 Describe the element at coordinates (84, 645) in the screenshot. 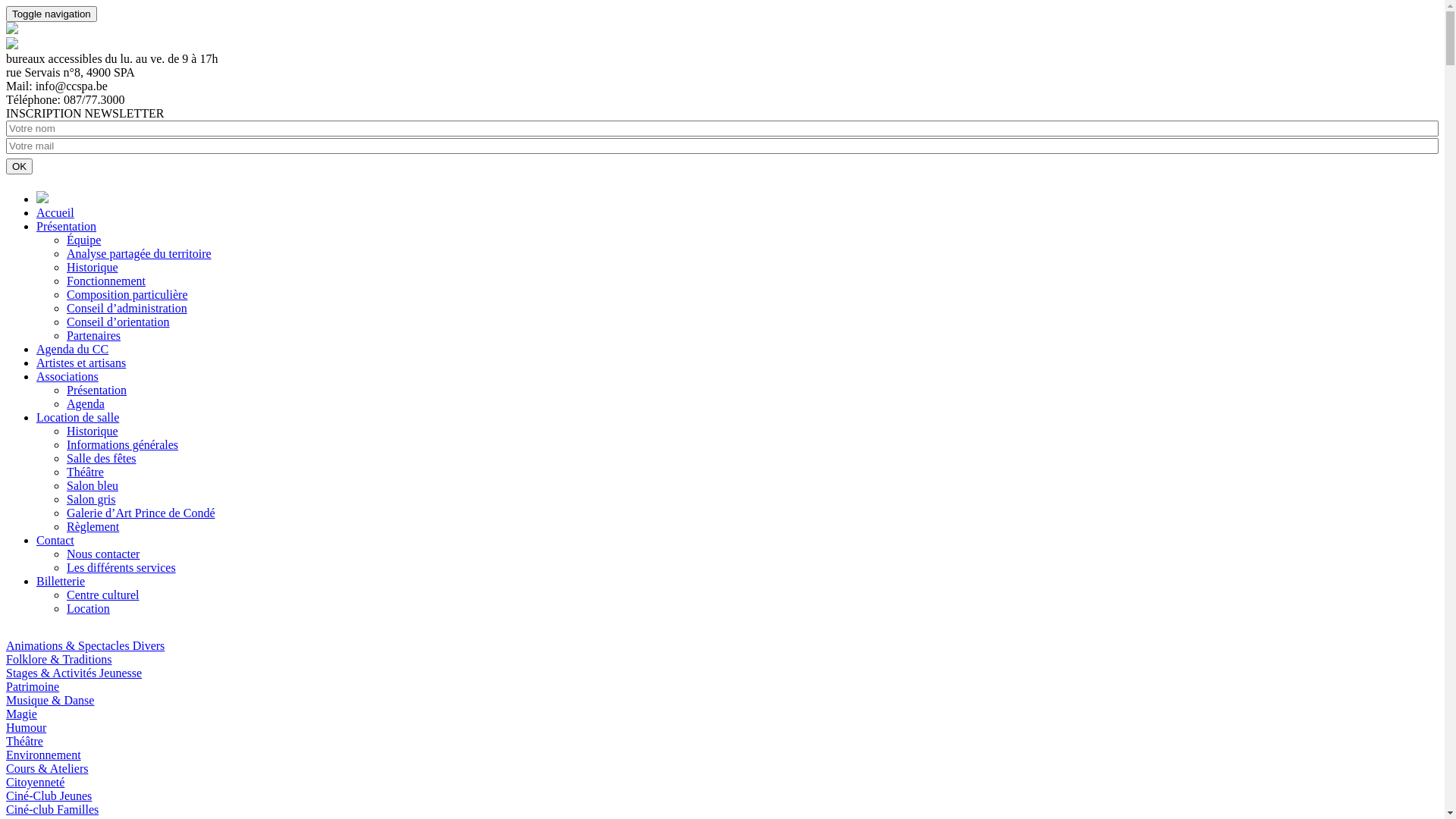

I see `'Animations & Spectacles Divers'` at that location.